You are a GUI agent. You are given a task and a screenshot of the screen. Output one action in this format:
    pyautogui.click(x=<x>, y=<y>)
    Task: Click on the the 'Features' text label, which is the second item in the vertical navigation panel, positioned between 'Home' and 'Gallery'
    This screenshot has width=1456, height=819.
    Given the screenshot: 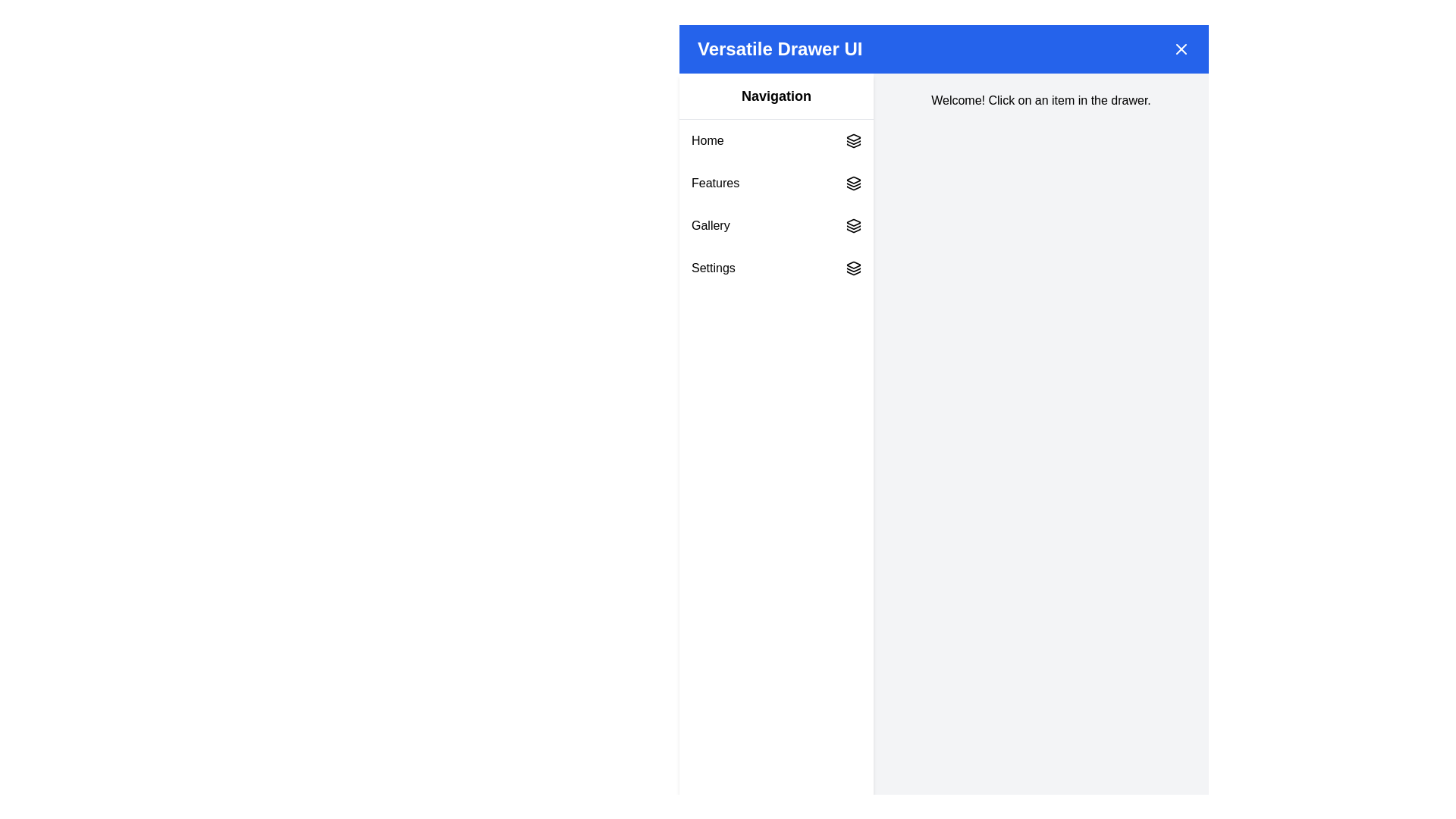 What is the action you would take?
    pyautogui.click(x=714, y=183)
    